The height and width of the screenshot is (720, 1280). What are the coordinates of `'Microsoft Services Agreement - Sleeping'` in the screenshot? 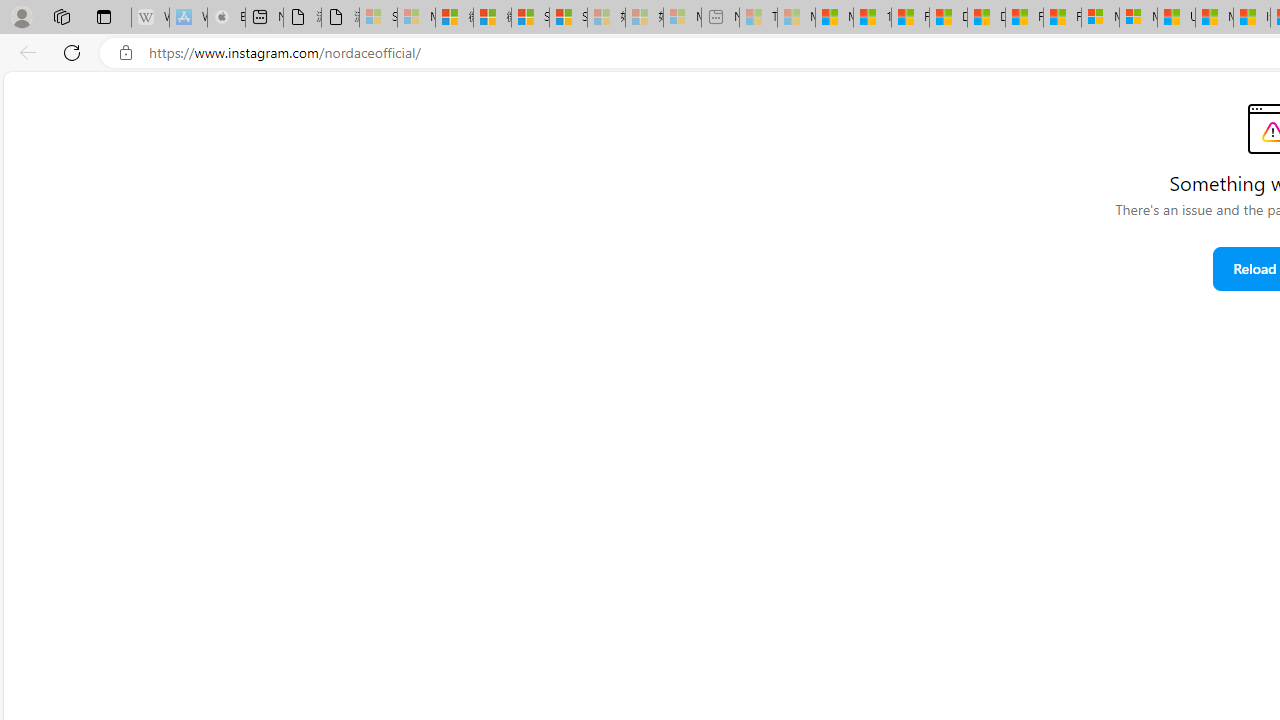 It's located at (415, 17).